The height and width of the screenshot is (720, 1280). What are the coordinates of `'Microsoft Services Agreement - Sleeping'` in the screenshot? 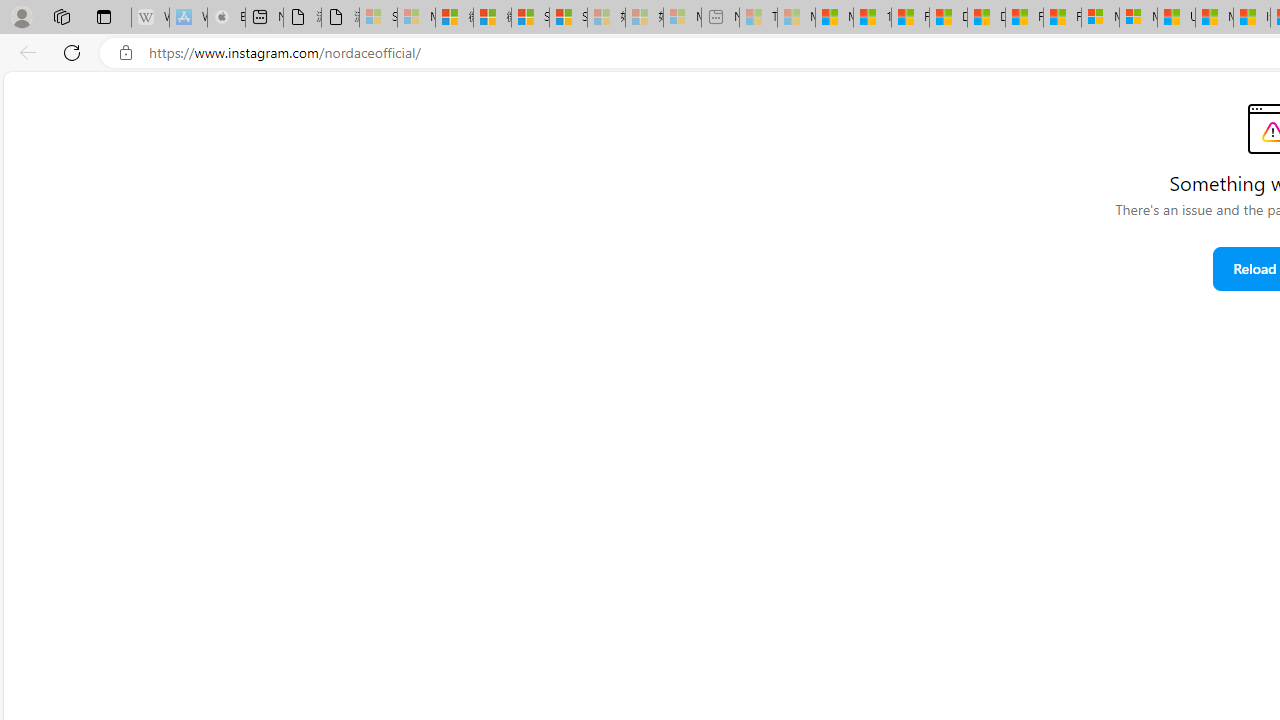 It's located at (415, 17).